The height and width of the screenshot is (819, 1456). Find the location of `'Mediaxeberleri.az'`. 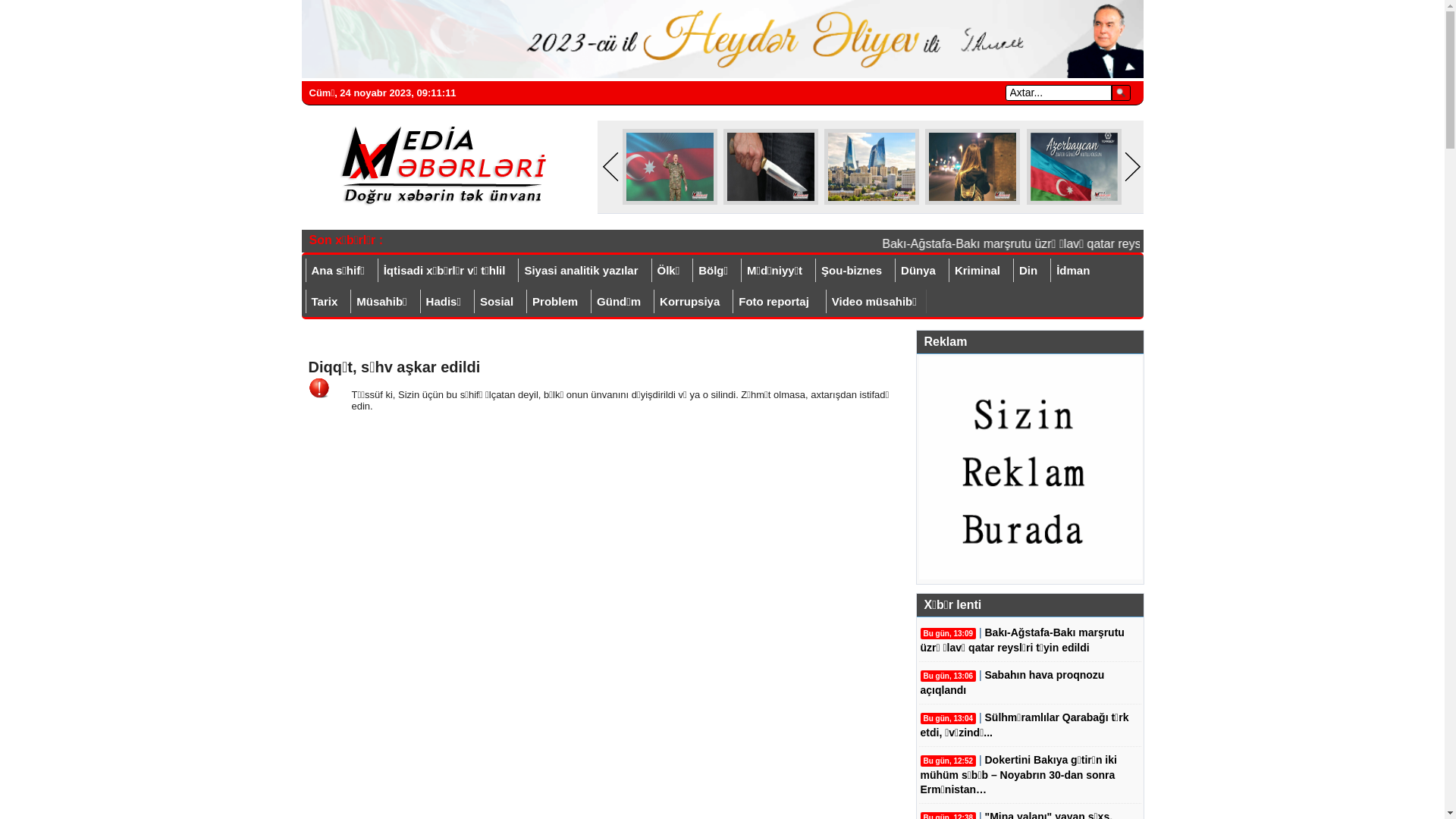

'Mediaxeberleri.az' is located at coordinates (437, 166).